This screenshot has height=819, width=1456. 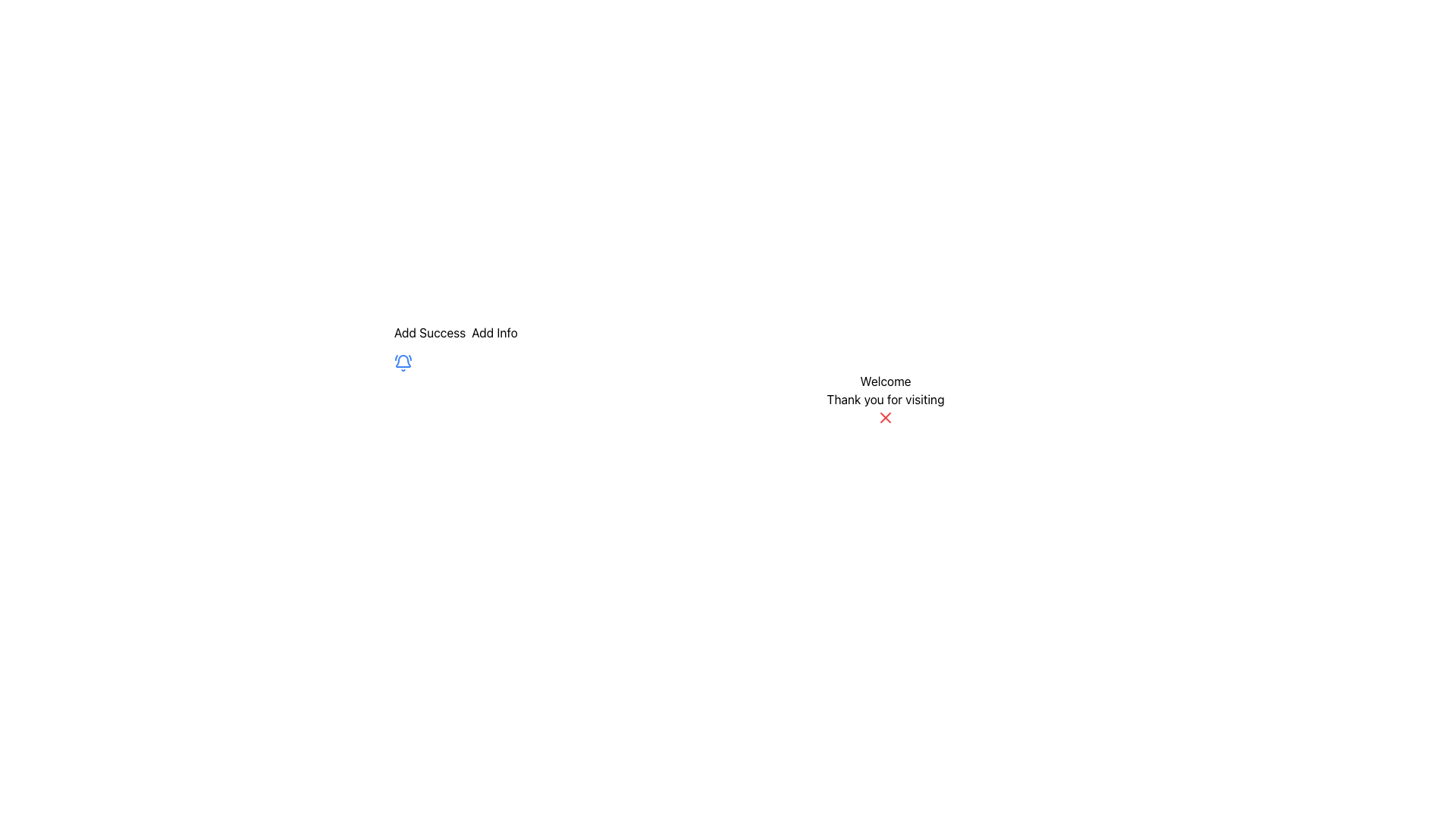 What do you see at coordinates (885, 418) in the screenshot?
I see `the dismiss button located at the bottom-right corner of the notification component, which is associated with the 'Welcome' and 'Thank you for visiting' text` at bounding box center [885, 418].